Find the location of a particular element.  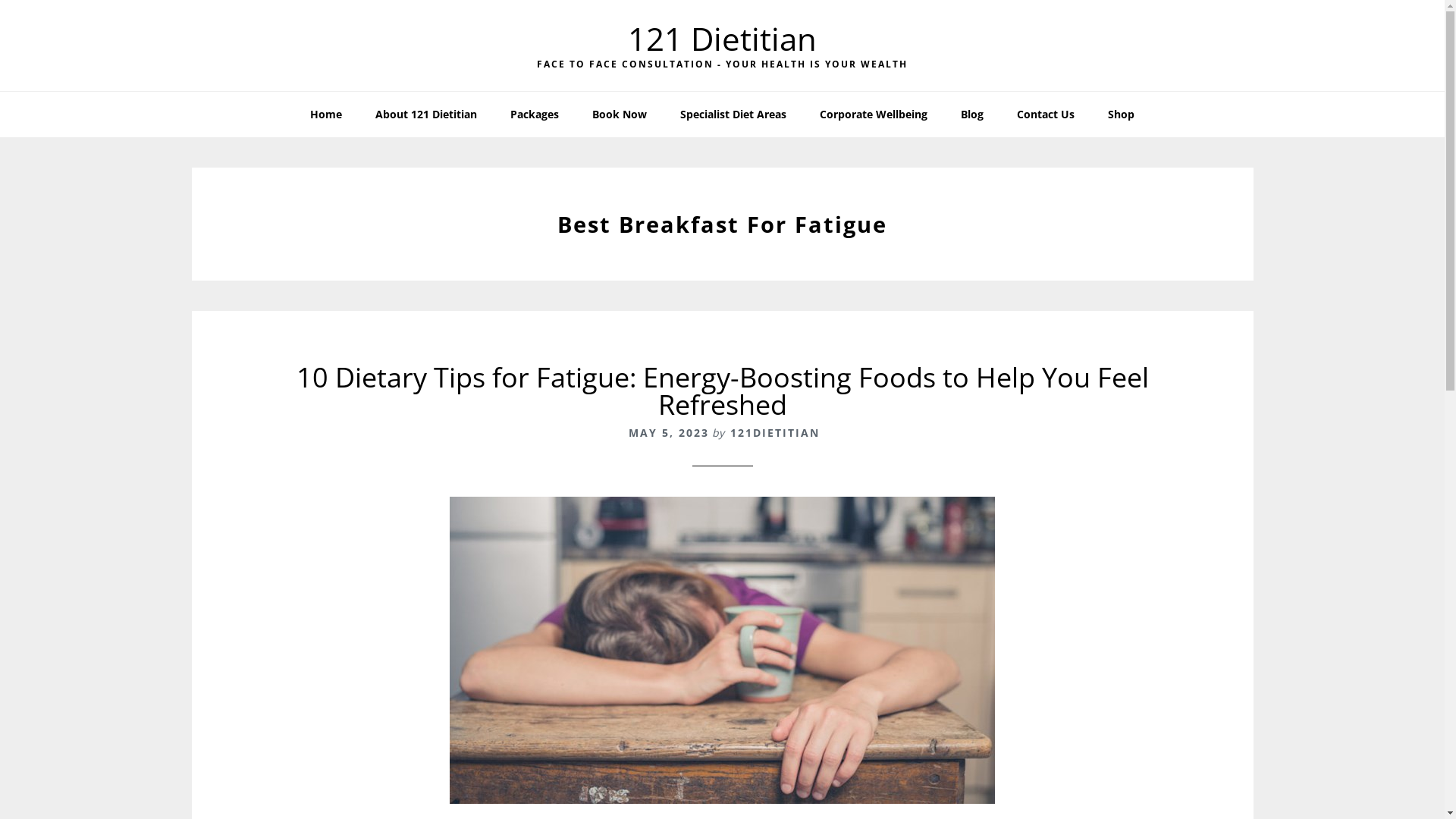

'121DIETITIAN' is located at coordinates (729, 432).